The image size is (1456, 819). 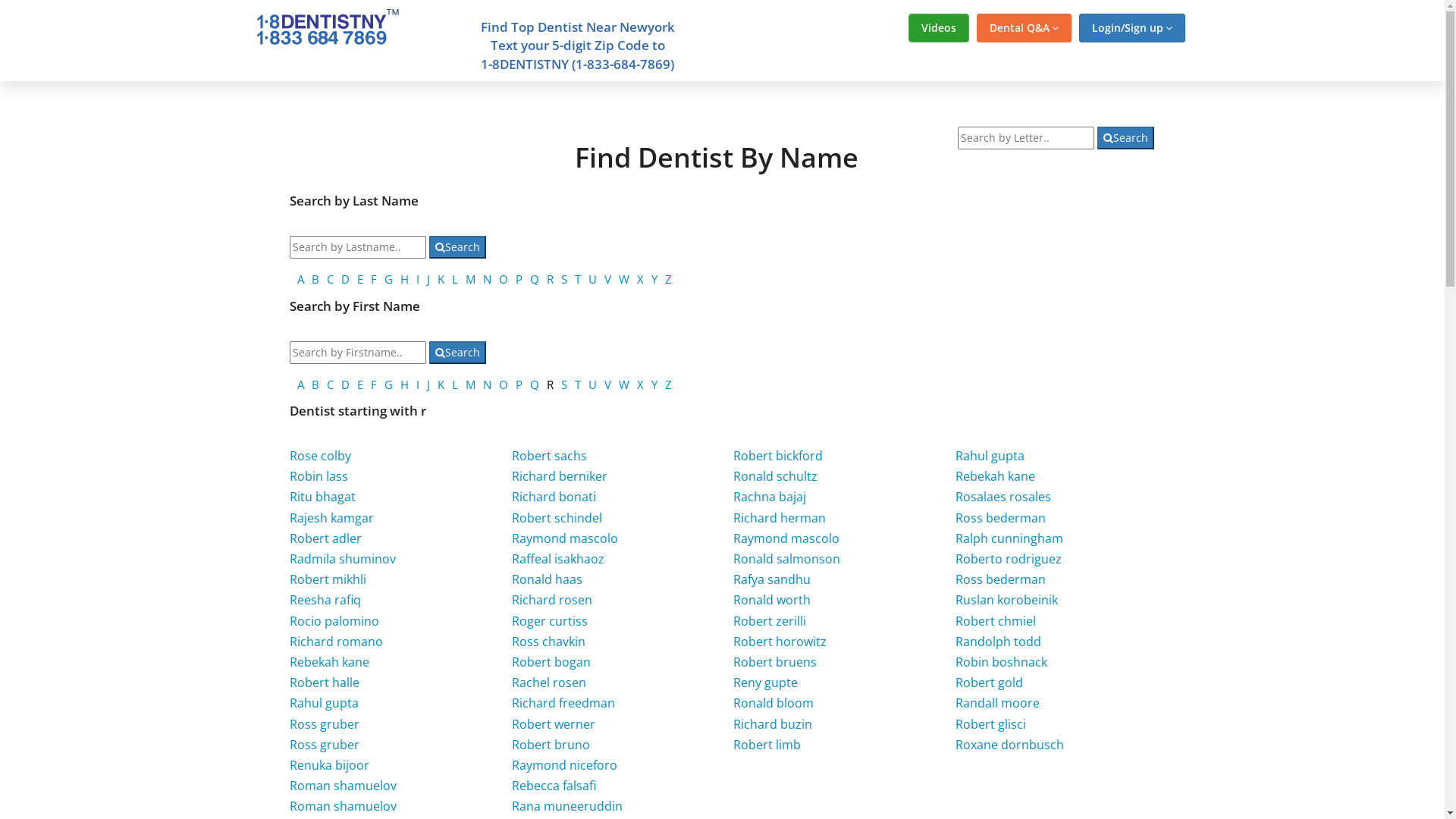 I want to click on 'Roman shamuelov', so click(x=342, y=785).